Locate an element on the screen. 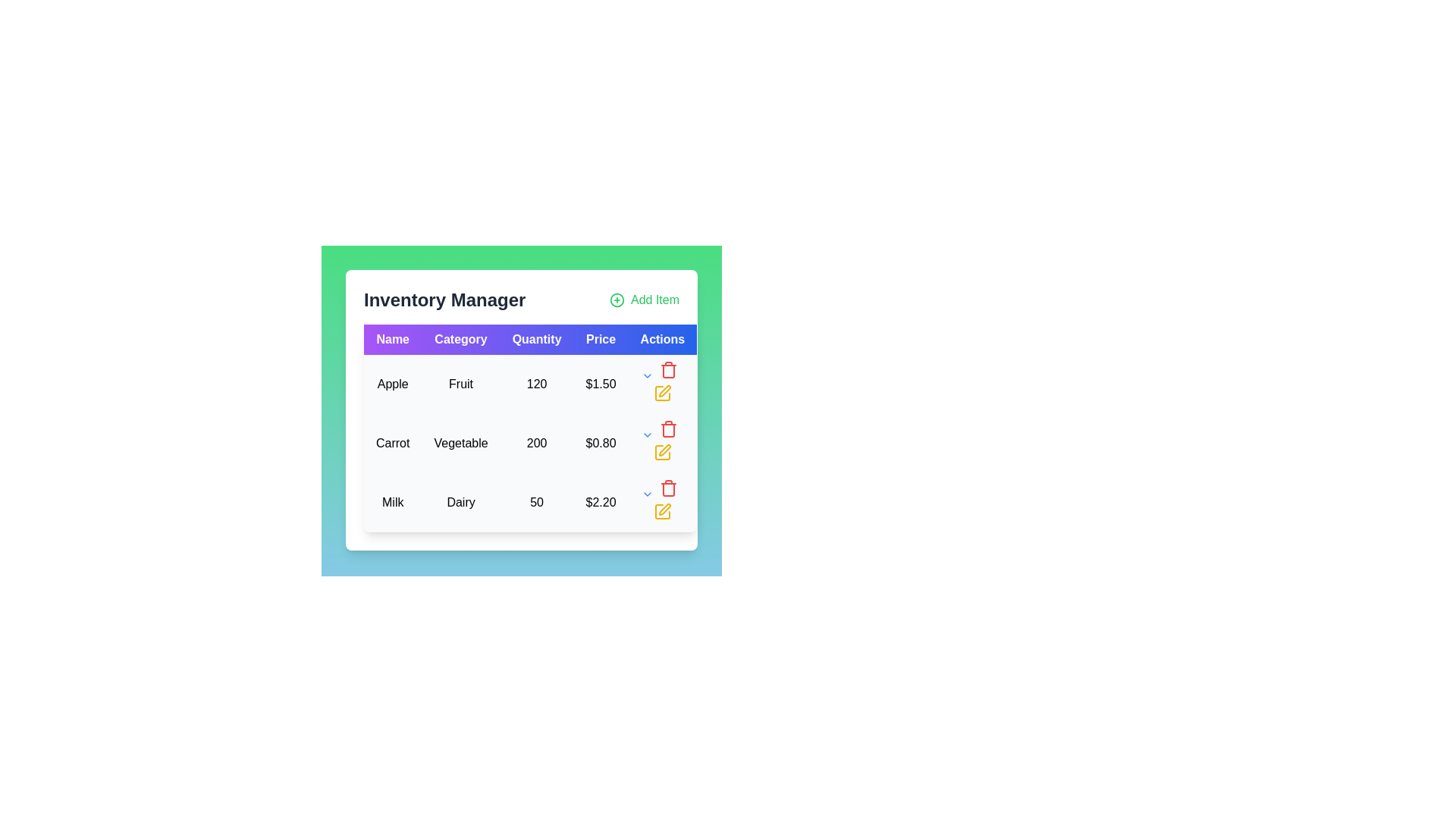  the Interactive icon (chevron) located in the 'Actions' column of the 'Carrot' row is located at coordinates (647, 375).